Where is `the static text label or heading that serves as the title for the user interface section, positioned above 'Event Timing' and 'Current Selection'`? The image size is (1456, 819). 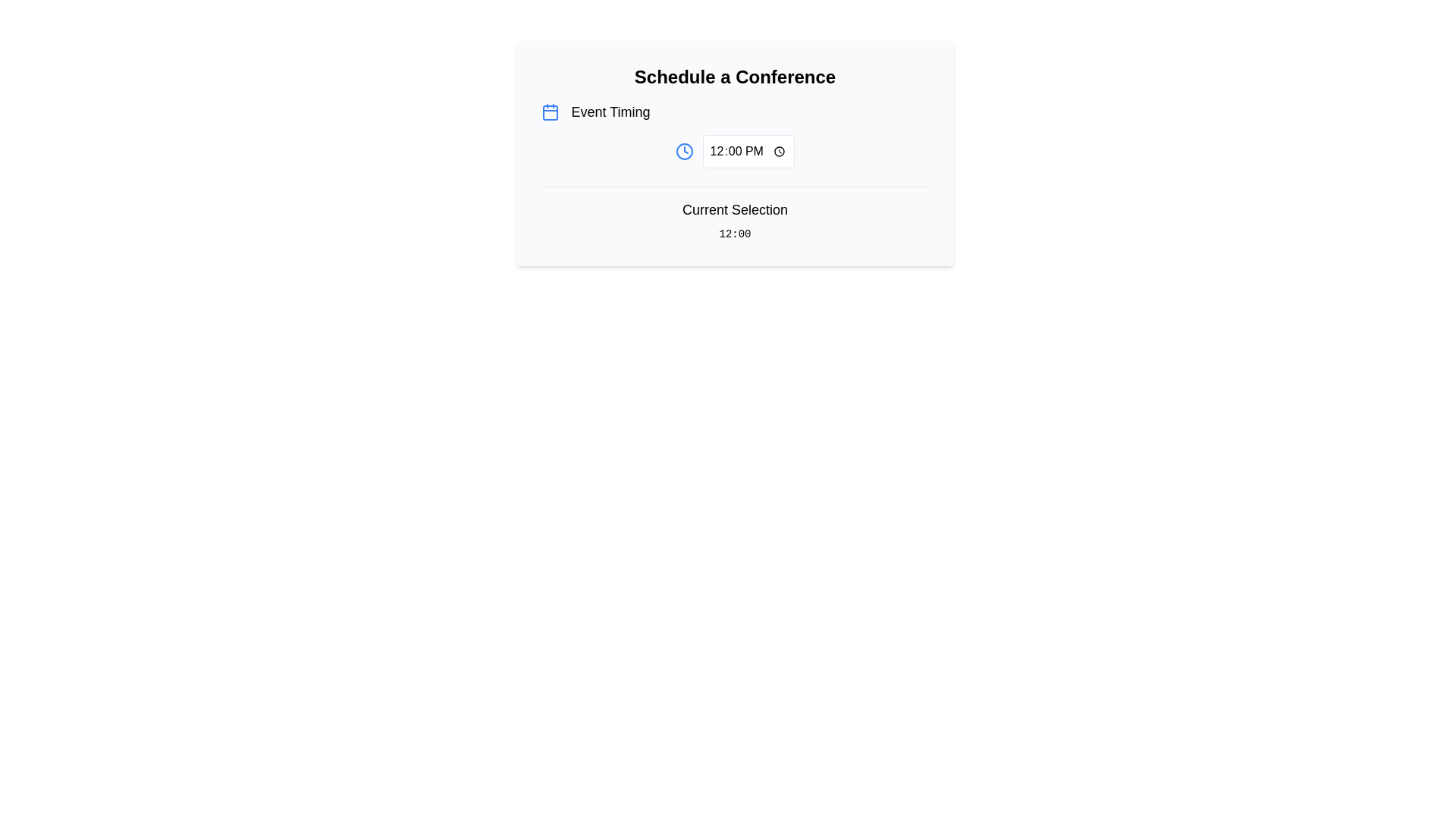 the static text label or heading that serves as the title for the user interface section, positioned above 'Event Timing' and 'Current Selection' is located at coordinates (735, 77).